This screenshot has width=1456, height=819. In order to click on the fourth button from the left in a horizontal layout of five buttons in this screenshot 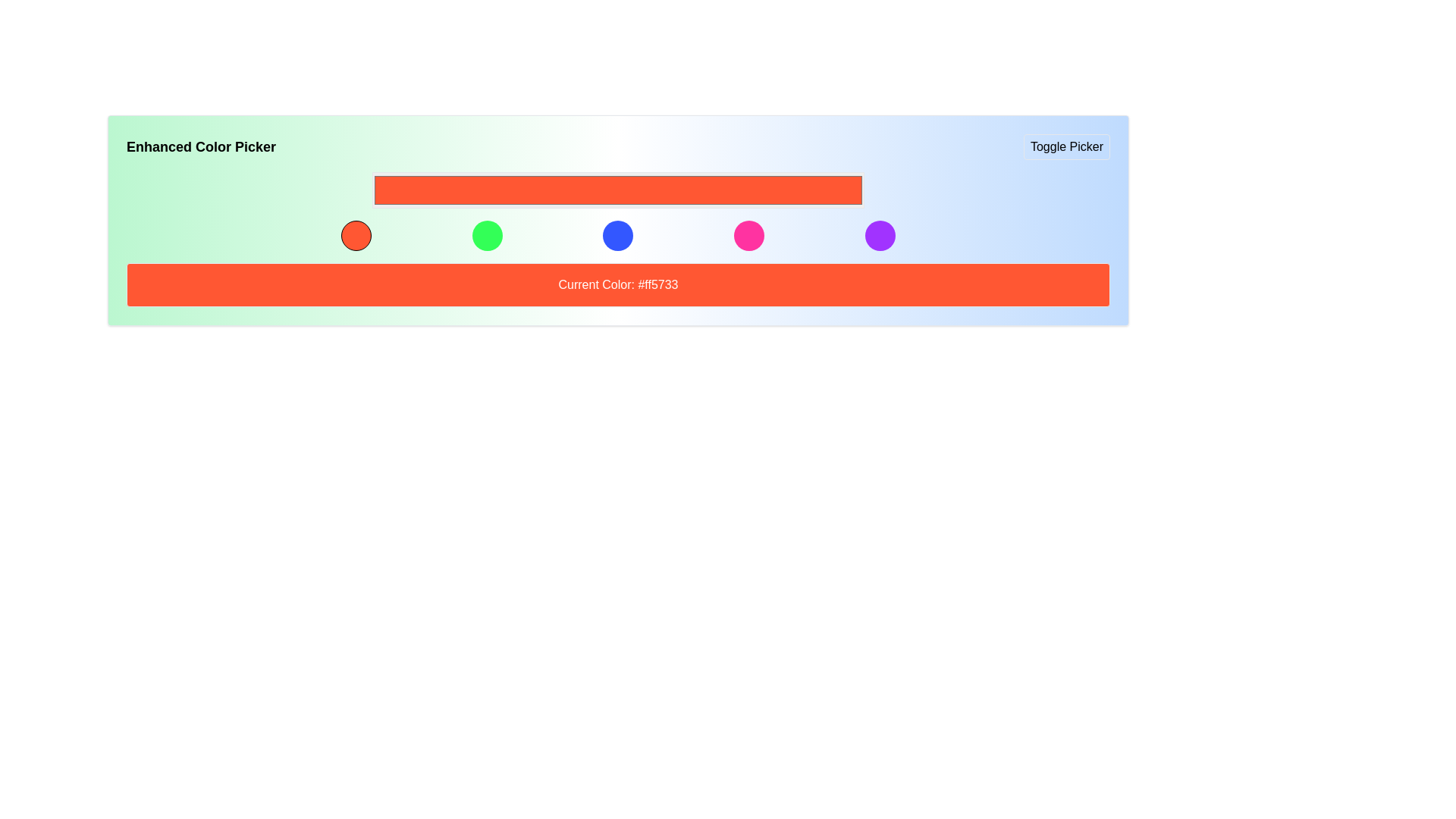, I will do `click(749, 236)`.